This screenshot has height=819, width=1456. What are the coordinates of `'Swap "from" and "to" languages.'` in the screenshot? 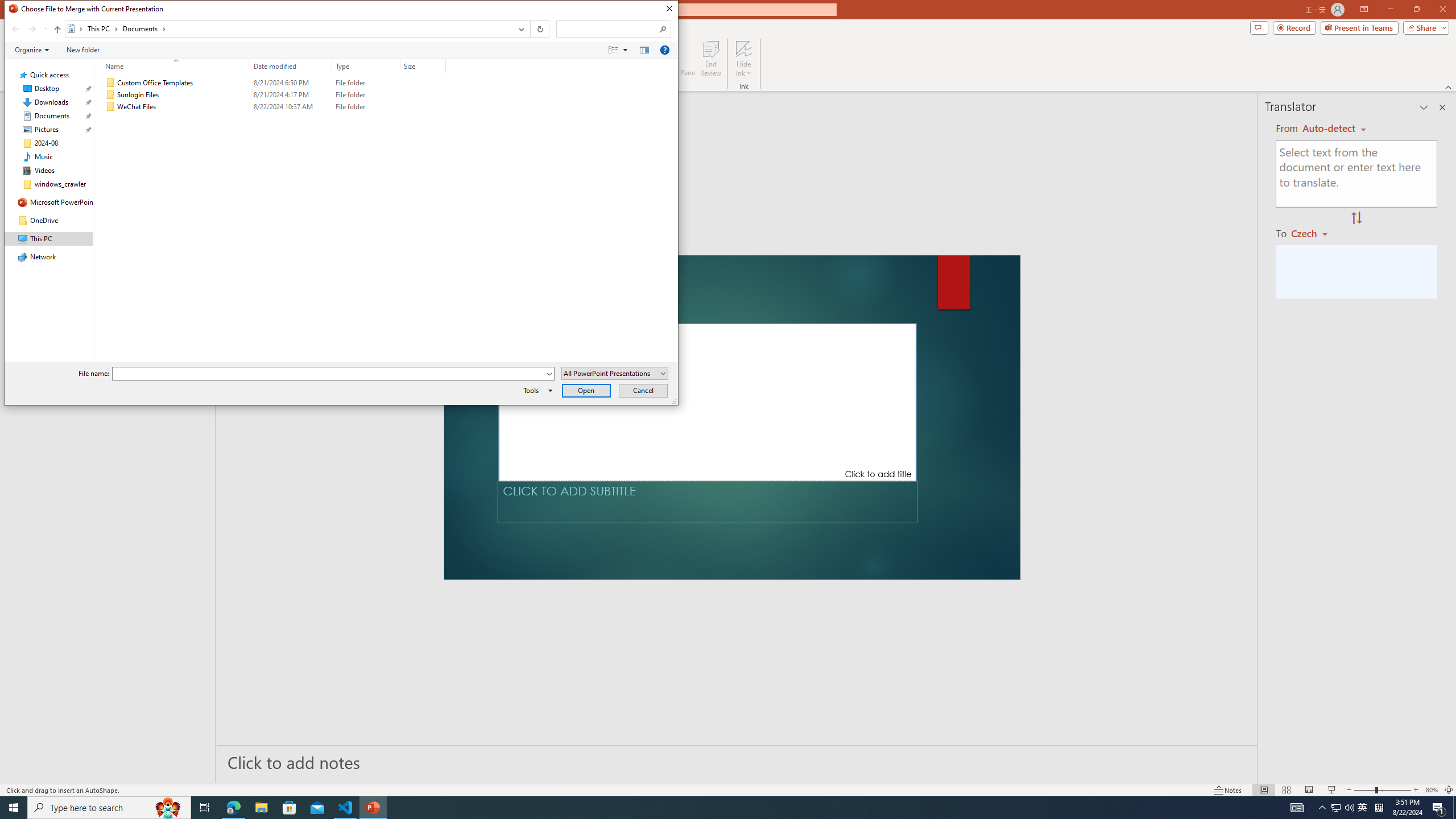 It's located at (1356, 218).